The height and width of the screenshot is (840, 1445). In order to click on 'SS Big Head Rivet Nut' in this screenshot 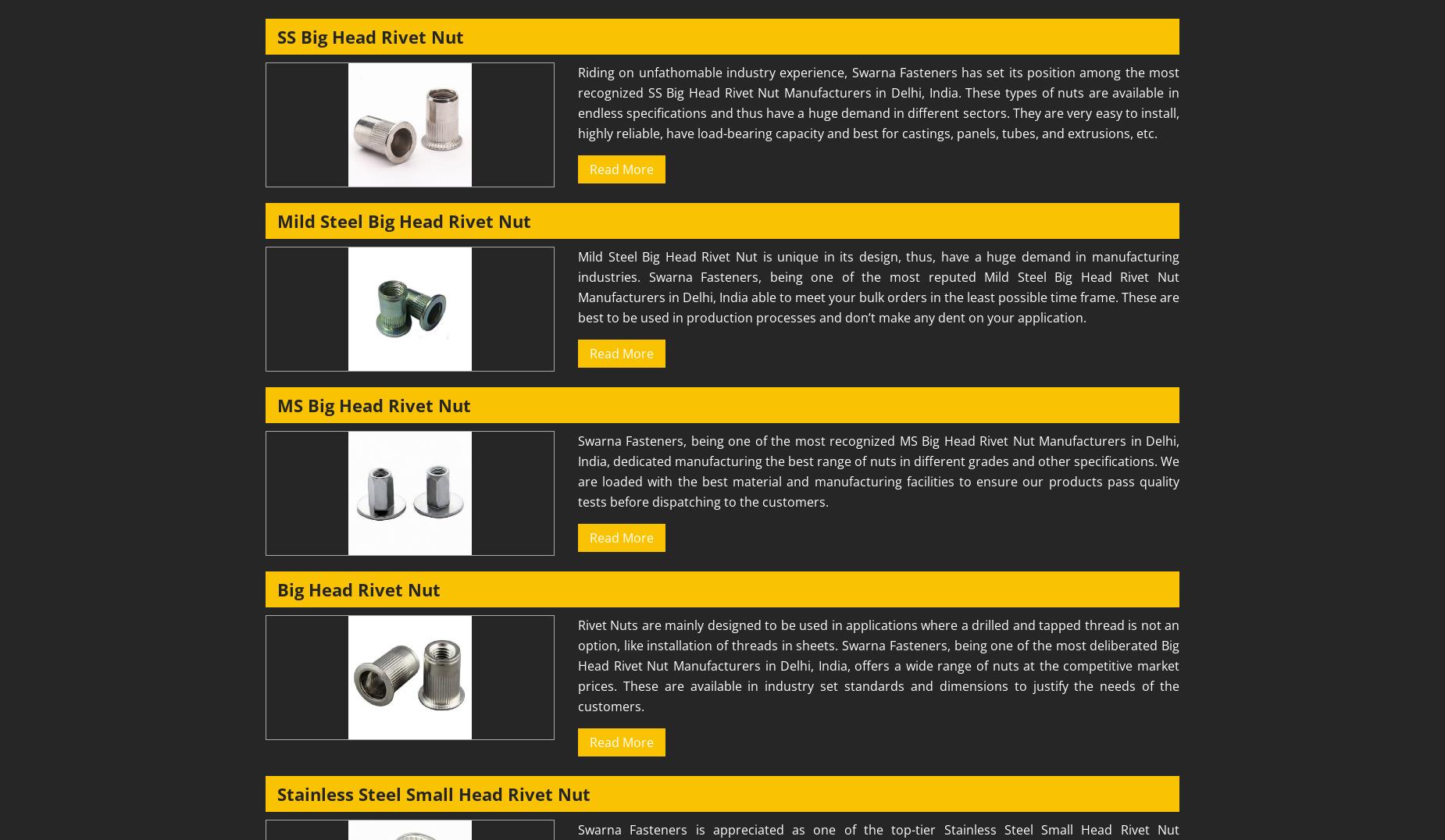, I will do `click(370, 37)`.